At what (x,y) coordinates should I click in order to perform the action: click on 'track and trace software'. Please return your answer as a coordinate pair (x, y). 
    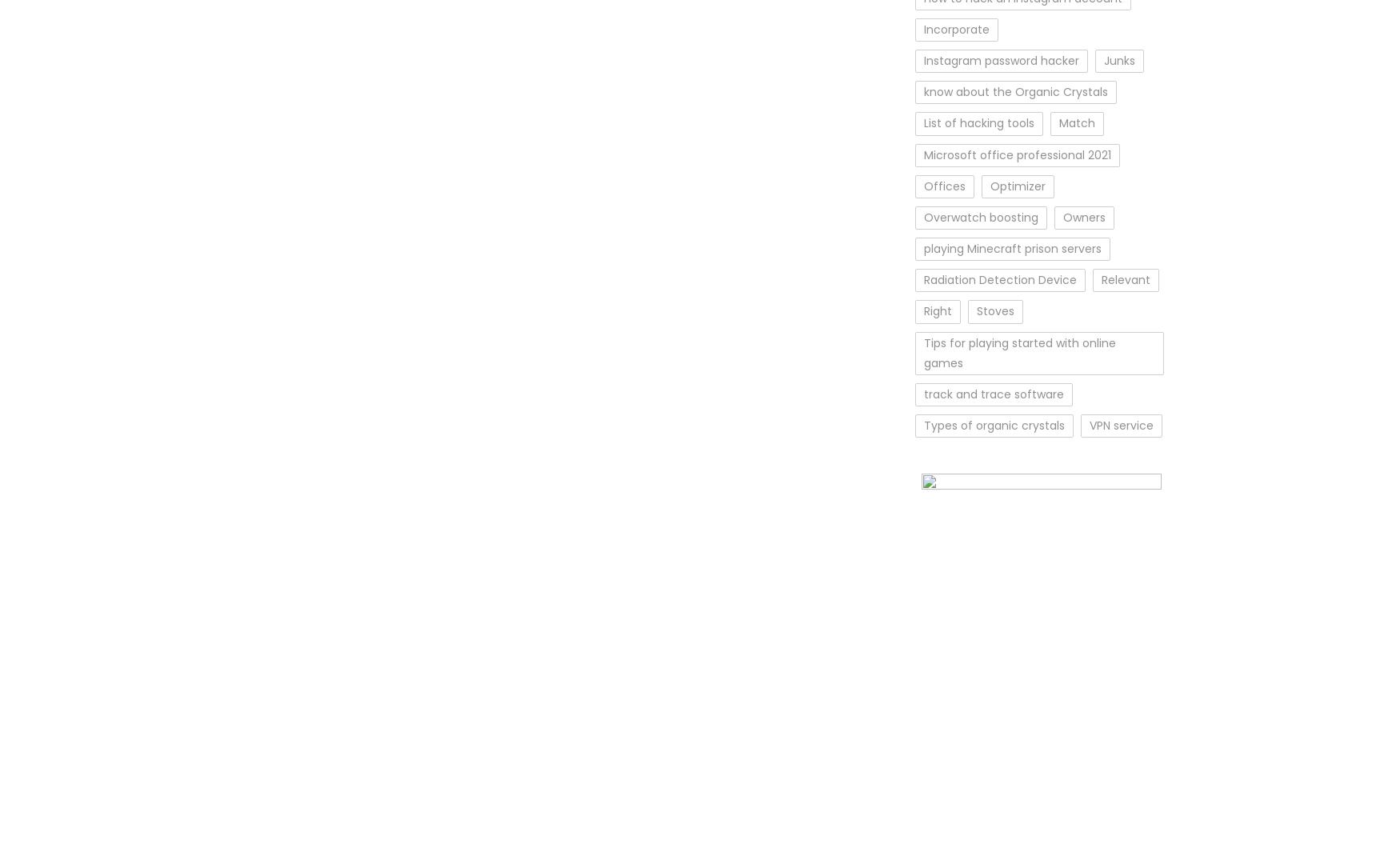
    Looking at the image, I should click on (994, 393).